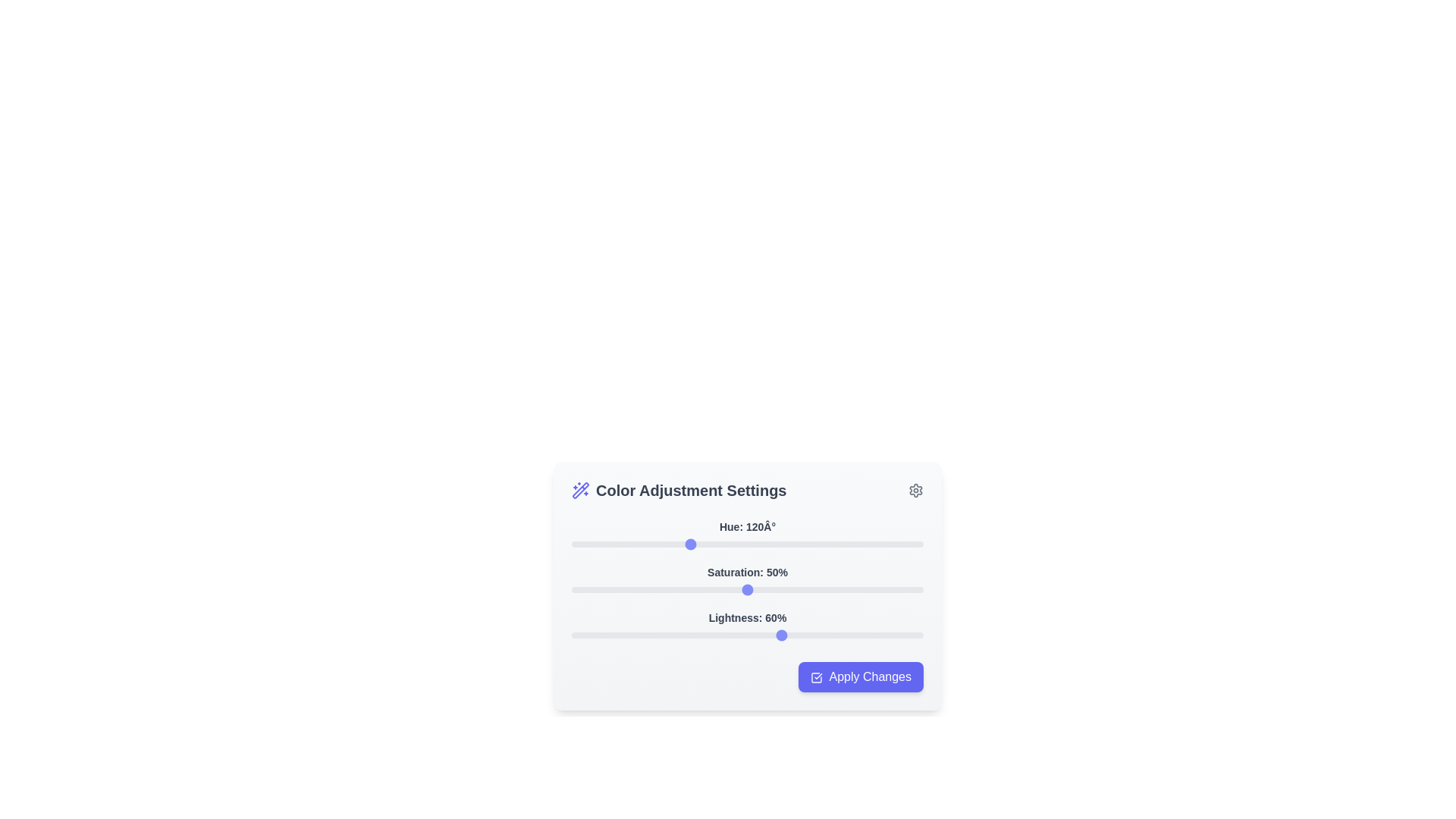  I want to click on the lightness, so click(803, 635).